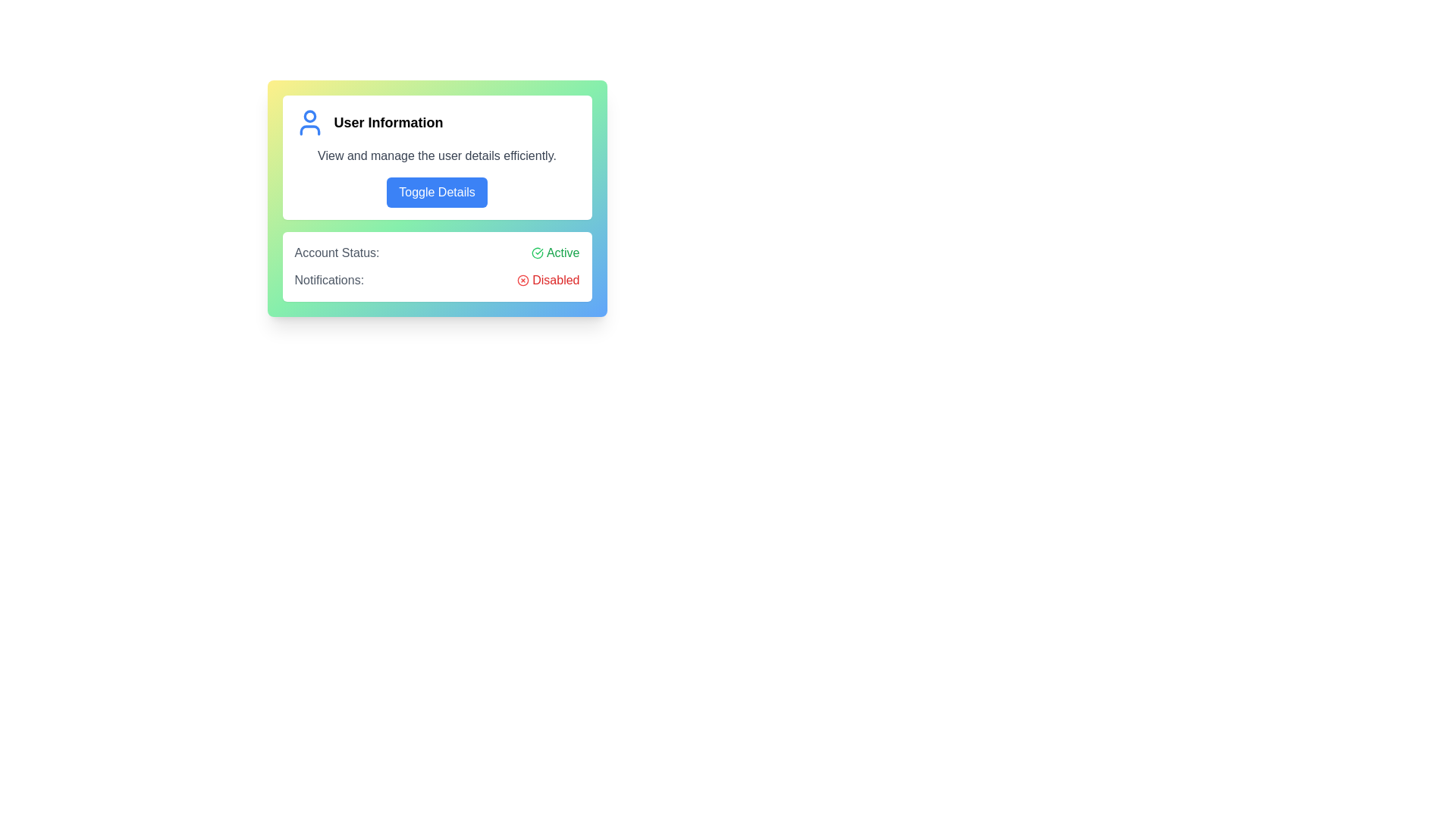 The height and width of the screenshot is (819, 1456). I want to click on the non-interactive Text Label that indicates the account status as 'Active', located to the right of the green checkmark icon in the account status section of the card layout, so click(562, 253).